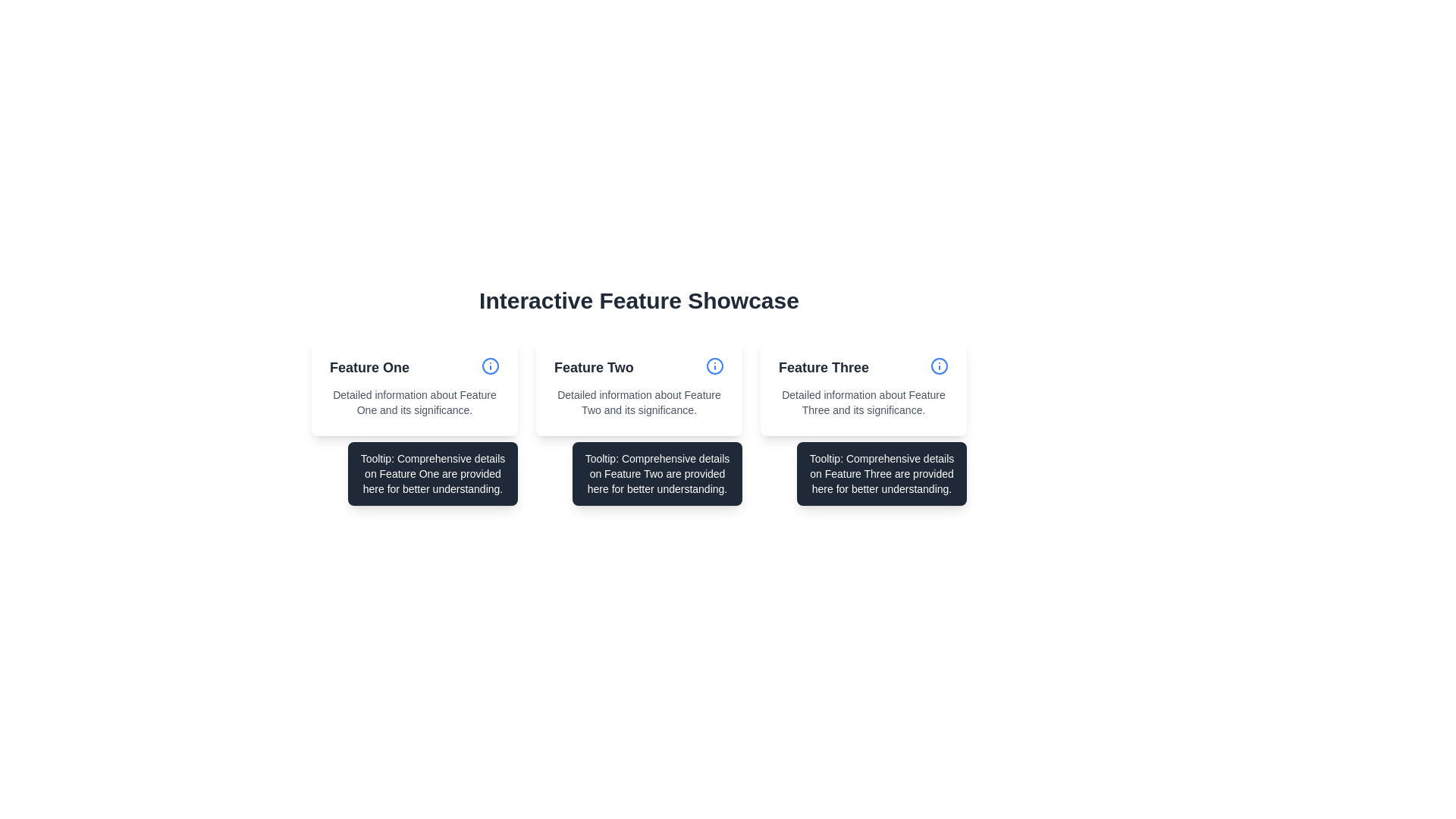 This screenshot has height=819, width=1456. Describe the element at coordinates (938, 368) in the screenshot. I see `the icon in the top-right corner of the 'Feature Three' card` at that location.